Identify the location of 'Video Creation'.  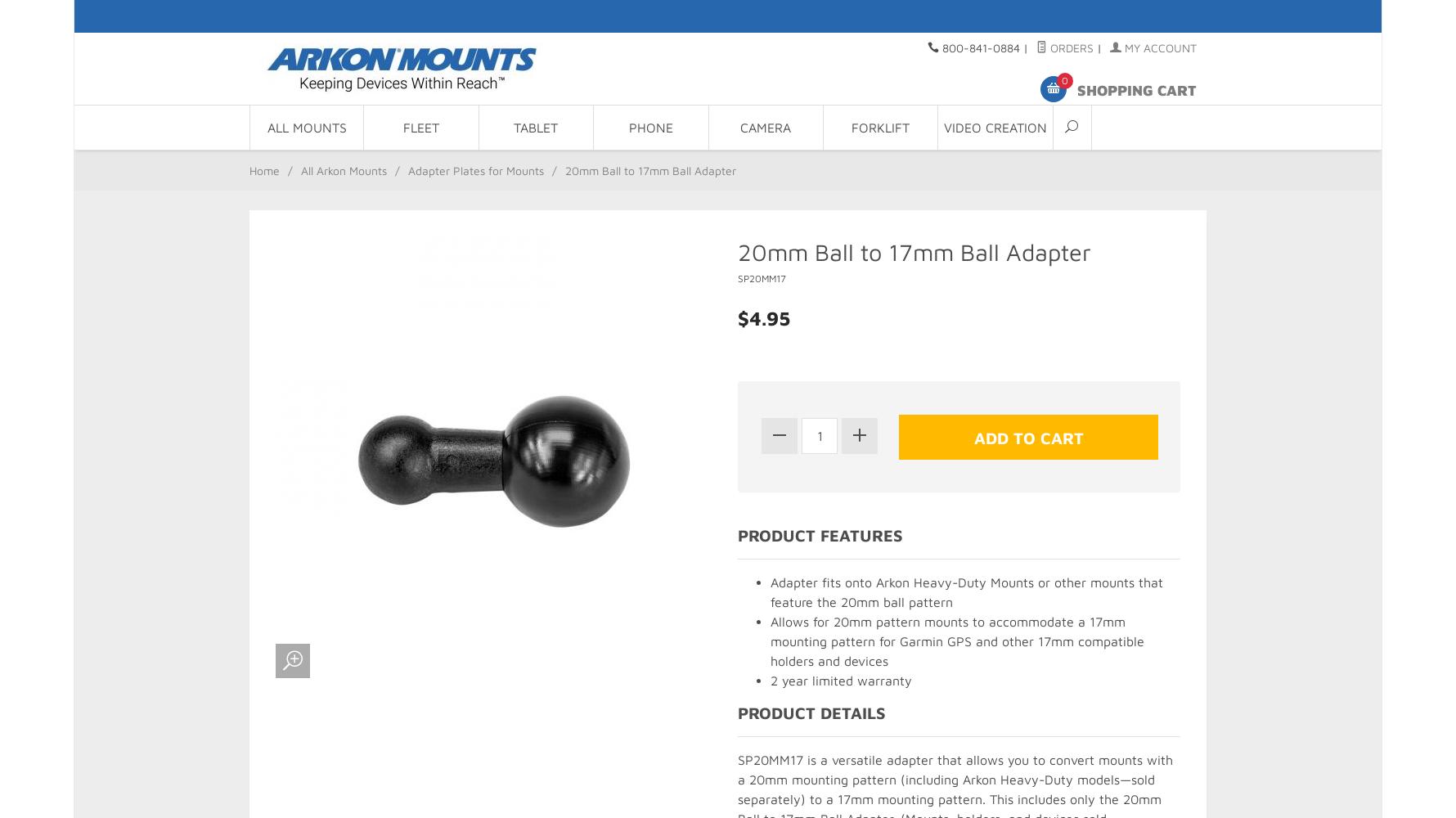
(942, 128).